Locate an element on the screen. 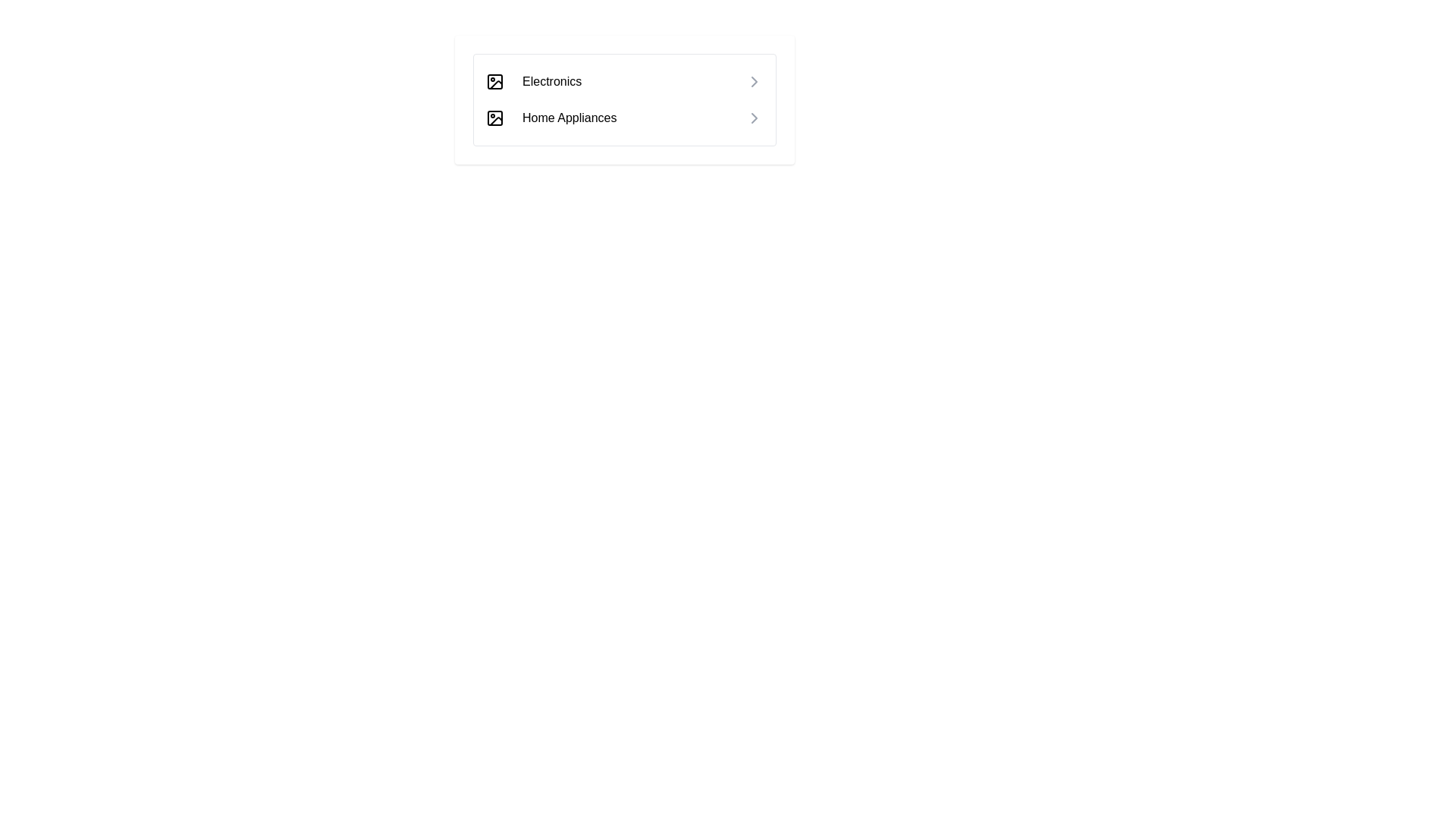  the rightward-facing chevron SVG icon next to the 'Electronics' option is located at coordinates (754, 82).